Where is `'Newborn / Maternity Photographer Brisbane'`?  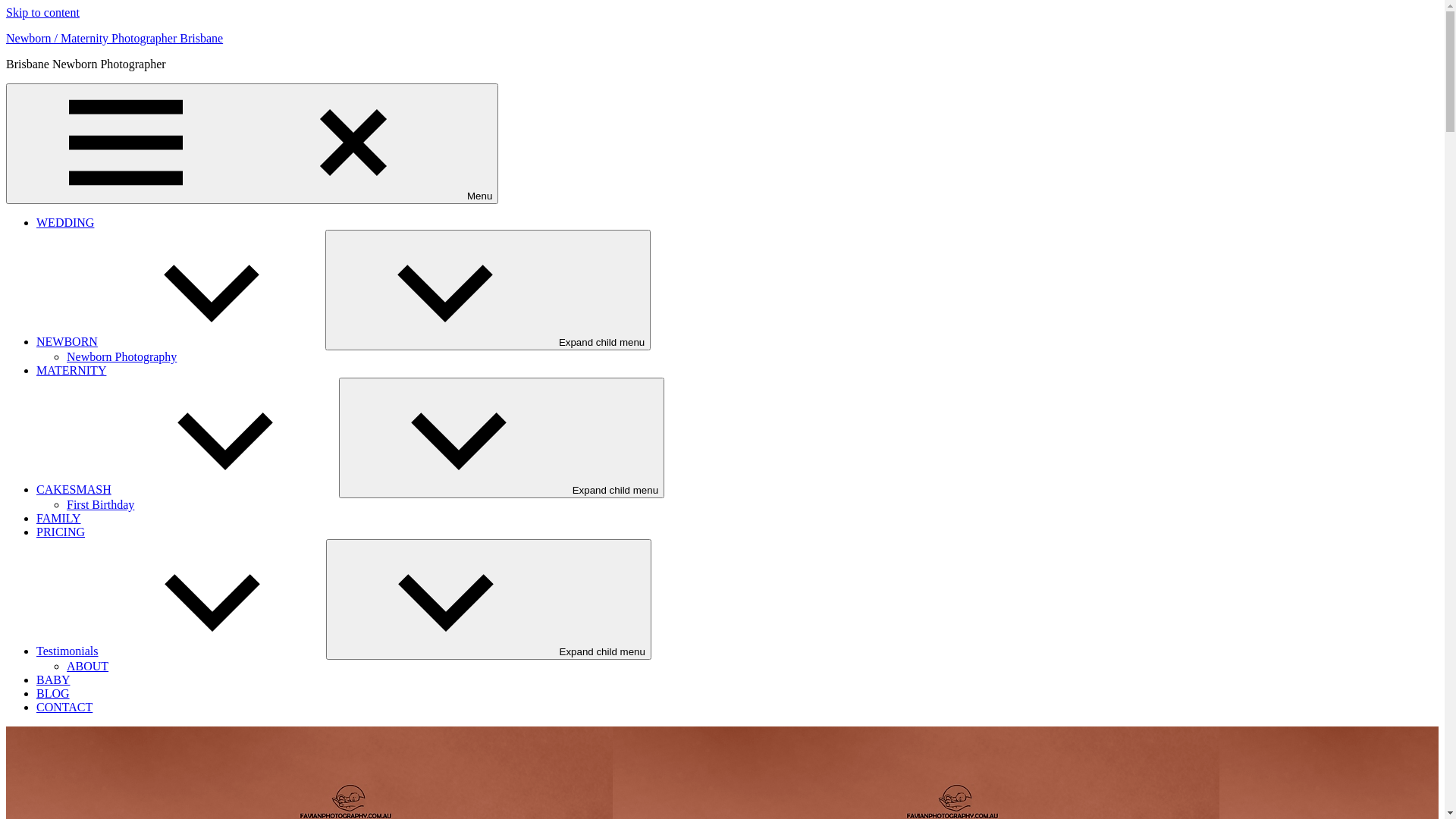 'Newborn / Maternity Photographer Brisbane' is located at coordinates (113, 37).